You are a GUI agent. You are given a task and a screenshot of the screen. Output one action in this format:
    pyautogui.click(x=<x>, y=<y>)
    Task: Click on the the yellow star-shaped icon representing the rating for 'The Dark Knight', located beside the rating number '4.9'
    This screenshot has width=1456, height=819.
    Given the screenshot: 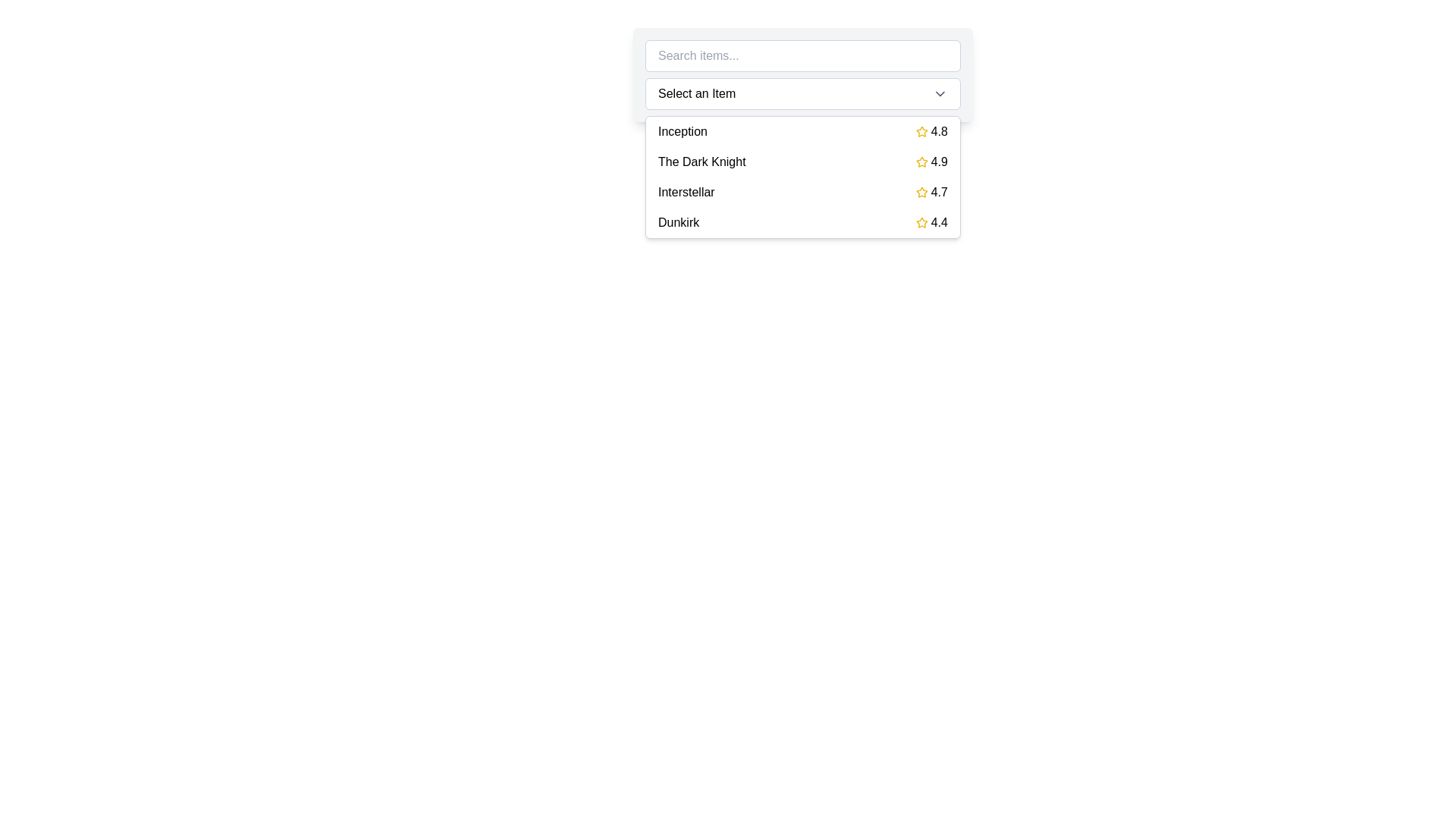 What is the action you would take?
    pyautogui.click(x=921, y=162)
    